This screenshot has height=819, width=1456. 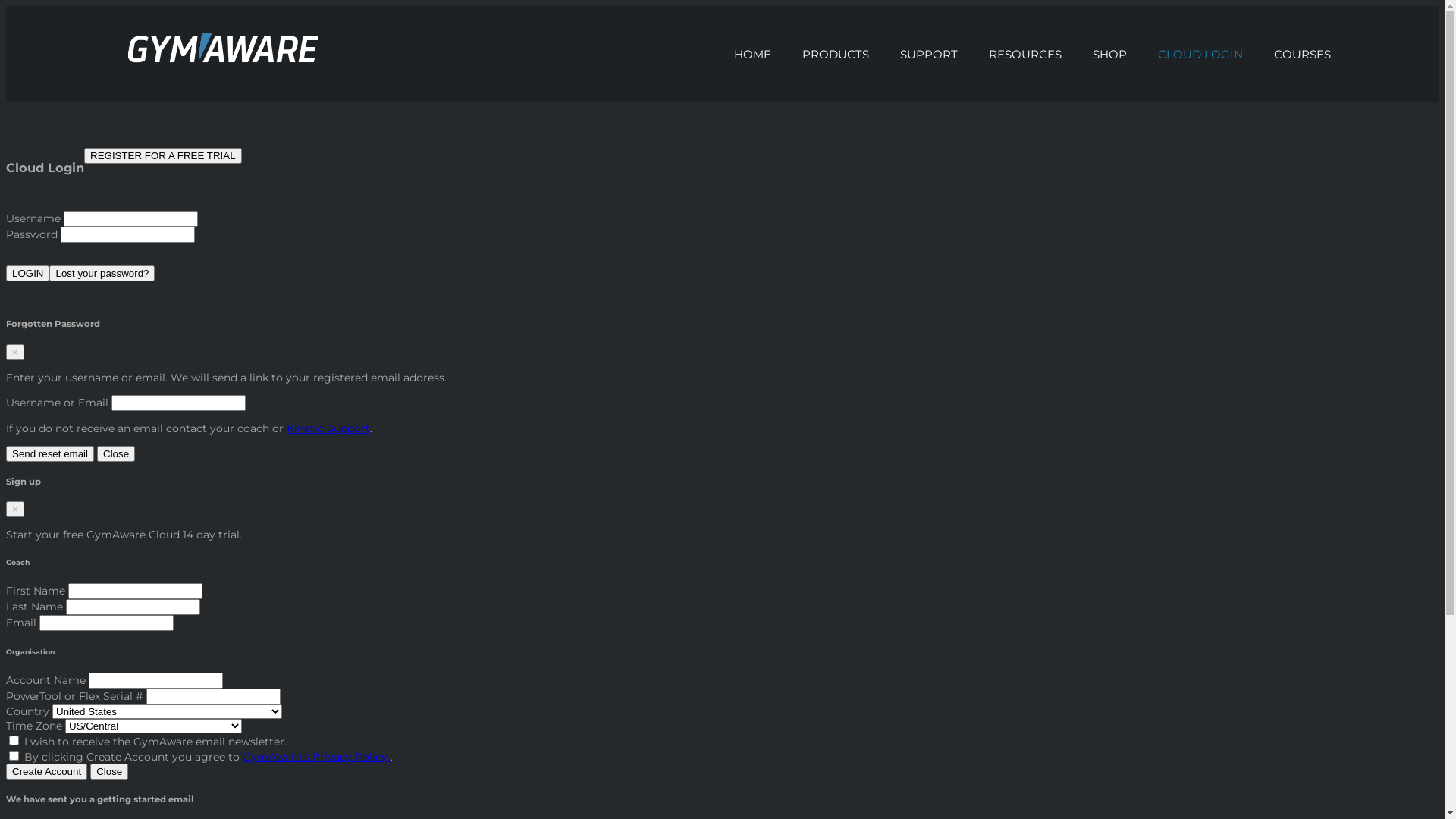 What do you see at coordinates (49, 273) in the screenshot?
I see `'Lost your password?'` at bounding box center [49, 273].